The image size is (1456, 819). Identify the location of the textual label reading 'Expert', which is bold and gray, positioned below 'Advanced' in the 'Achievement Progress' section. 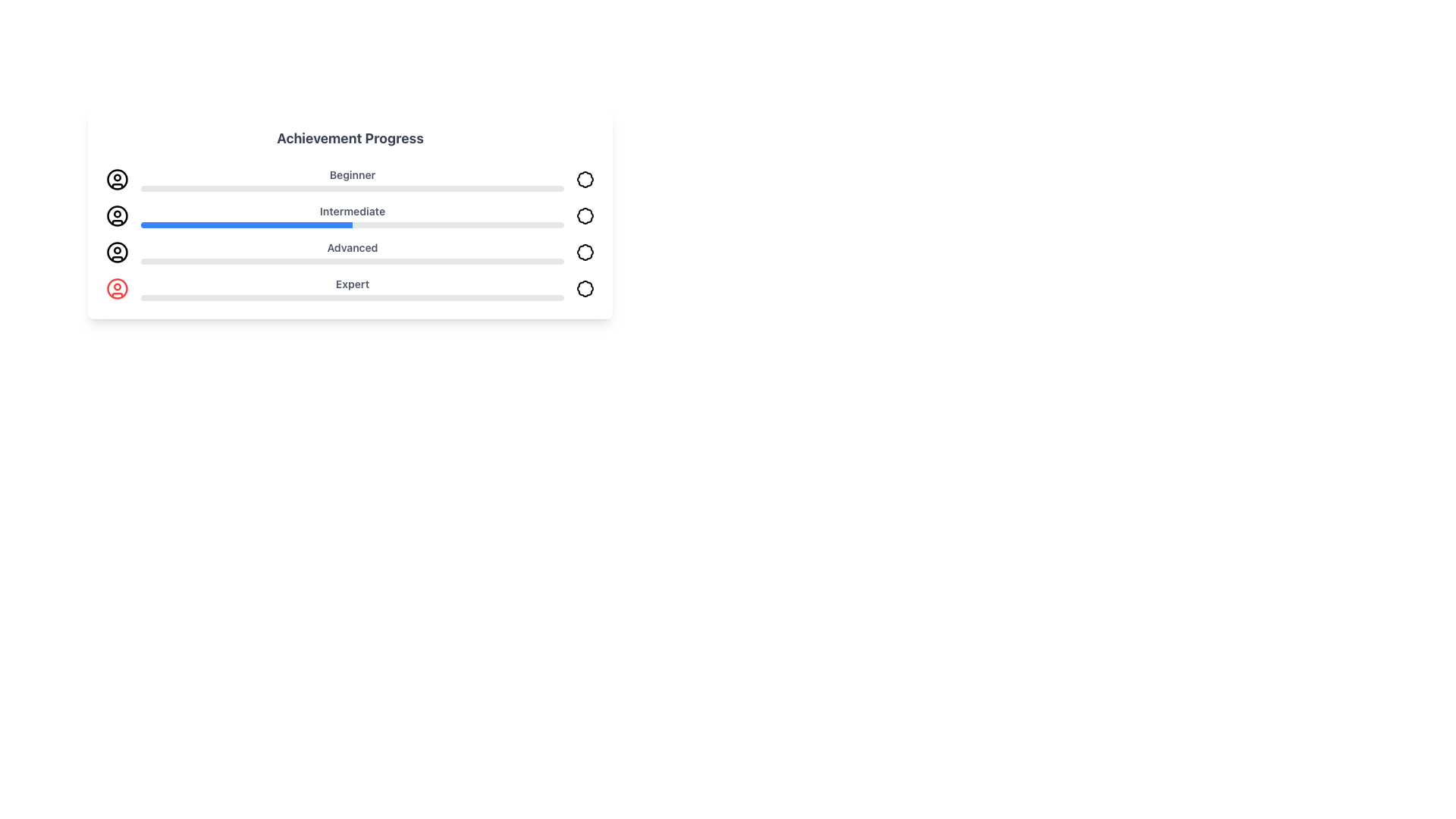
(352, 289).